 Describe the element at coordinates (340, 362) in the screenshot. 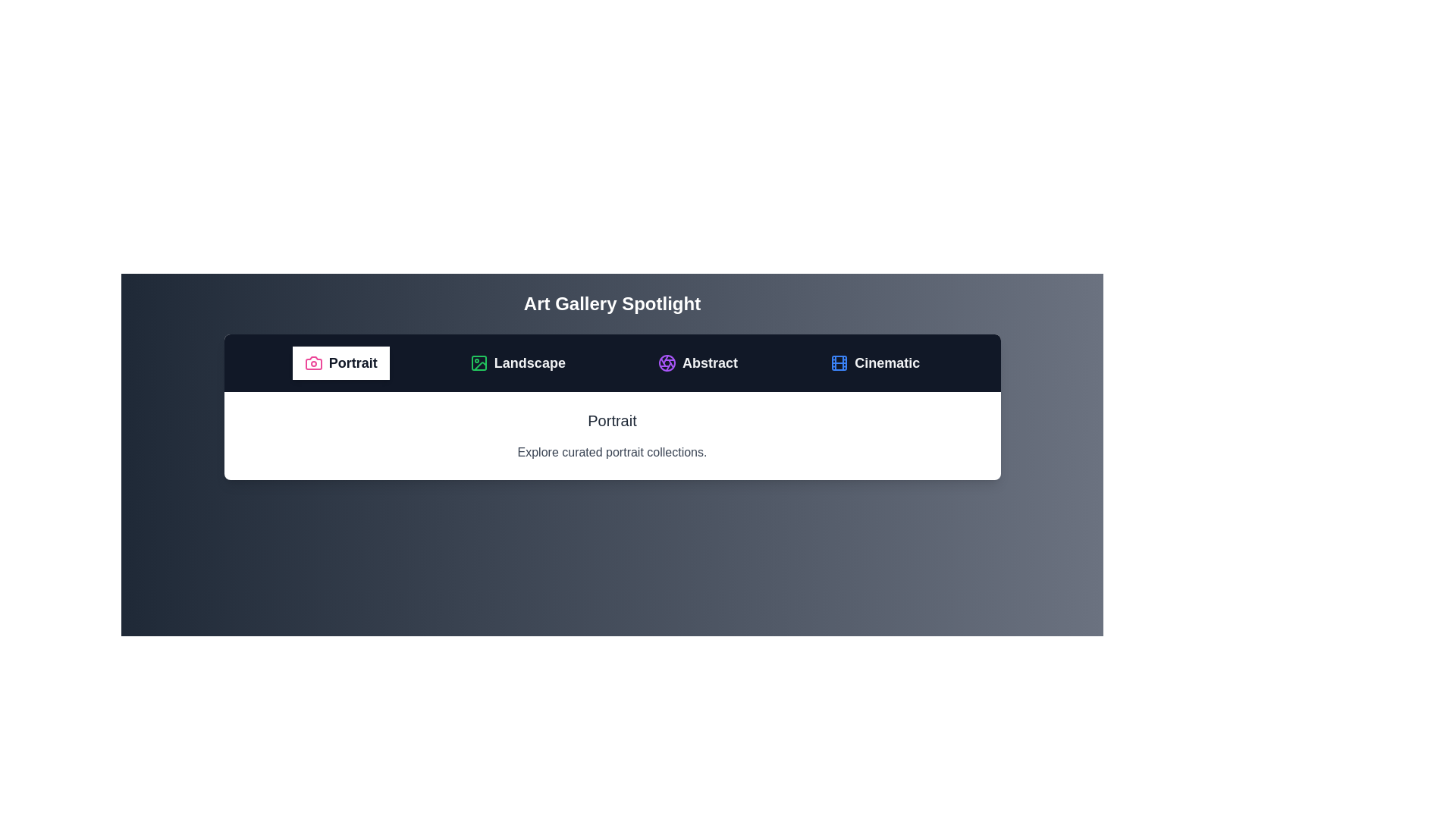

I see `the tab labeled Portrait` at that location.